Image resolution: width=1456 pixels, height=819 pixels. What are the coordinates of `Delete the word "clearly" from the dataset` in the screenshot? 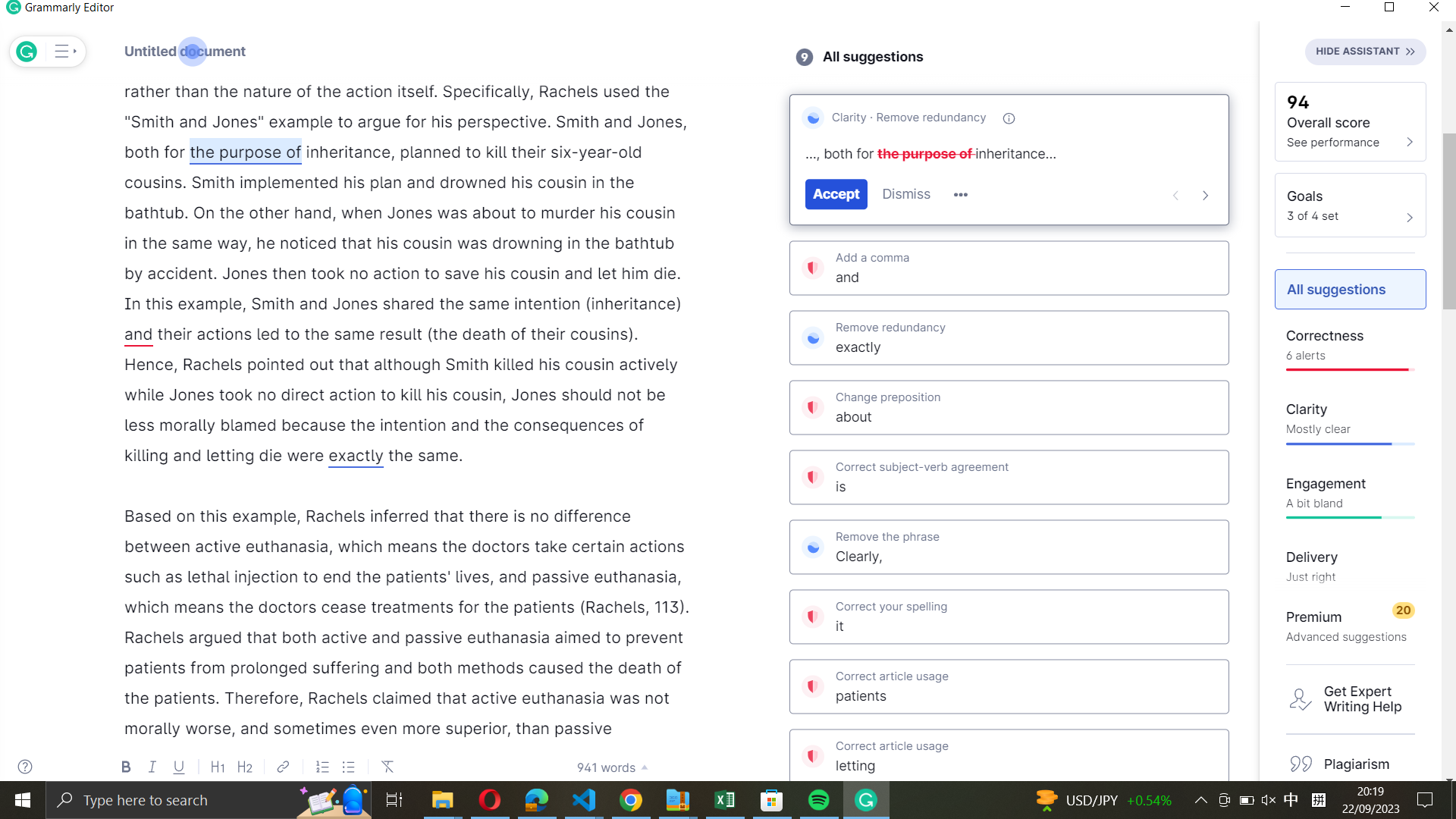 It's located at (1009, 544).